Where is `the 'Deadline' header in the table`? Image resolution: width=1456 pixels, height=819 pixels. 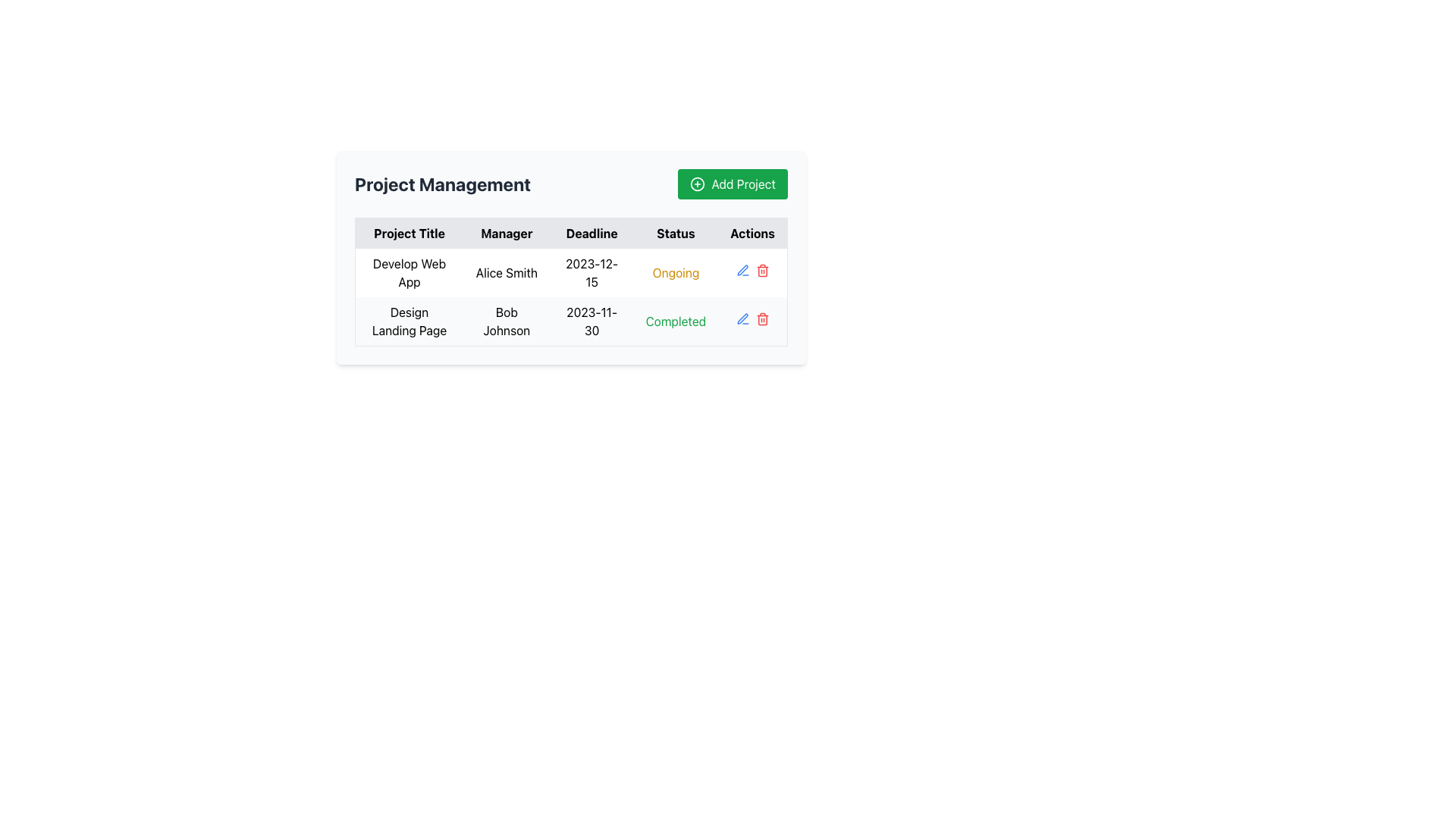 the 'Deadline' header in the table is located at coordinates (591, 233).